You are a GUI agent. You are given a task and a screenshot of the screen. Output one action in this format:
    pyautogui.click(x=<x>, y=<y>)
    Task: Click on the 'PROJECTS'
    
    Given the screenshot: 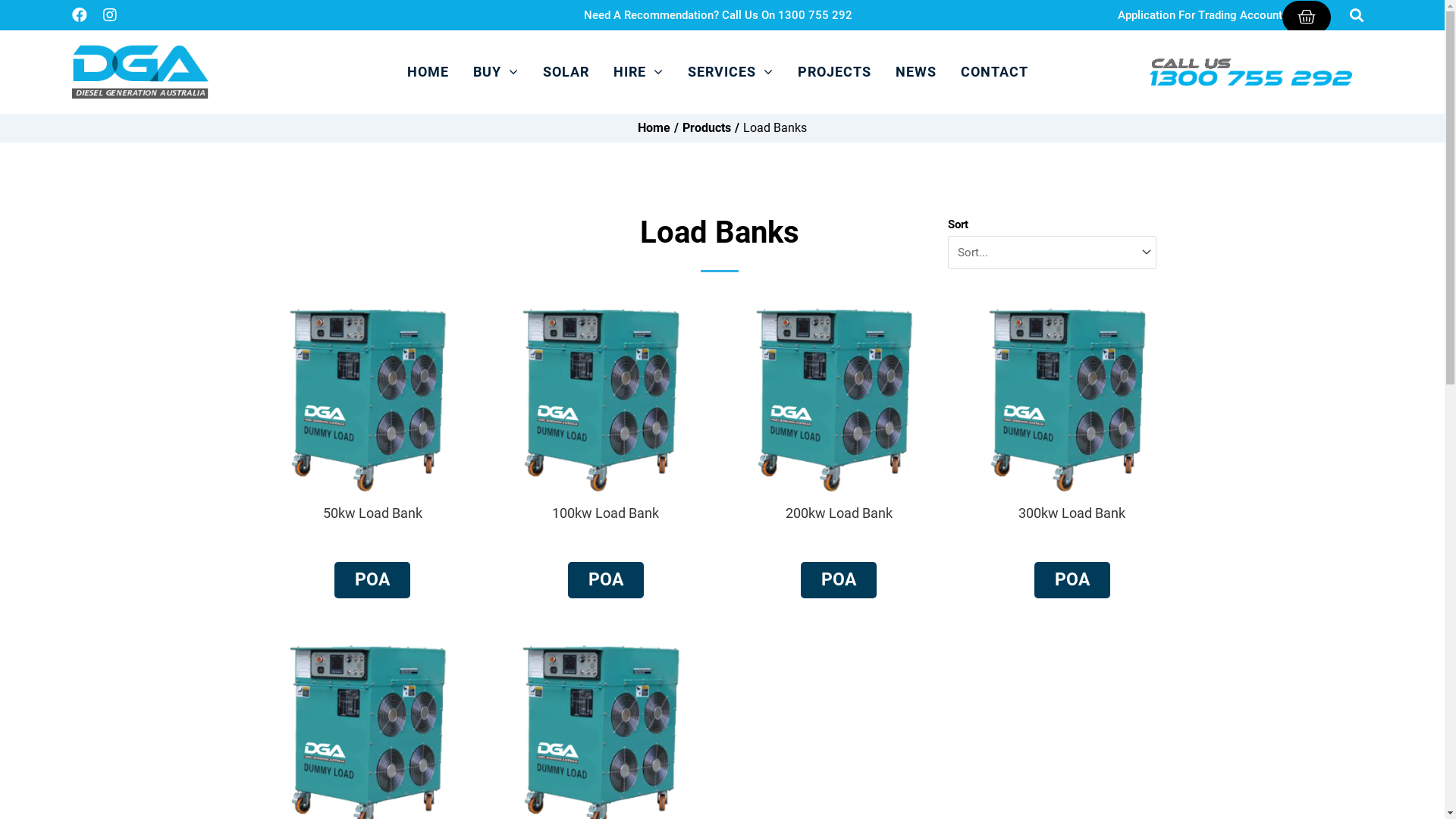 What is the action you would take?
    pyautogui.click(x=833, y=72)
    